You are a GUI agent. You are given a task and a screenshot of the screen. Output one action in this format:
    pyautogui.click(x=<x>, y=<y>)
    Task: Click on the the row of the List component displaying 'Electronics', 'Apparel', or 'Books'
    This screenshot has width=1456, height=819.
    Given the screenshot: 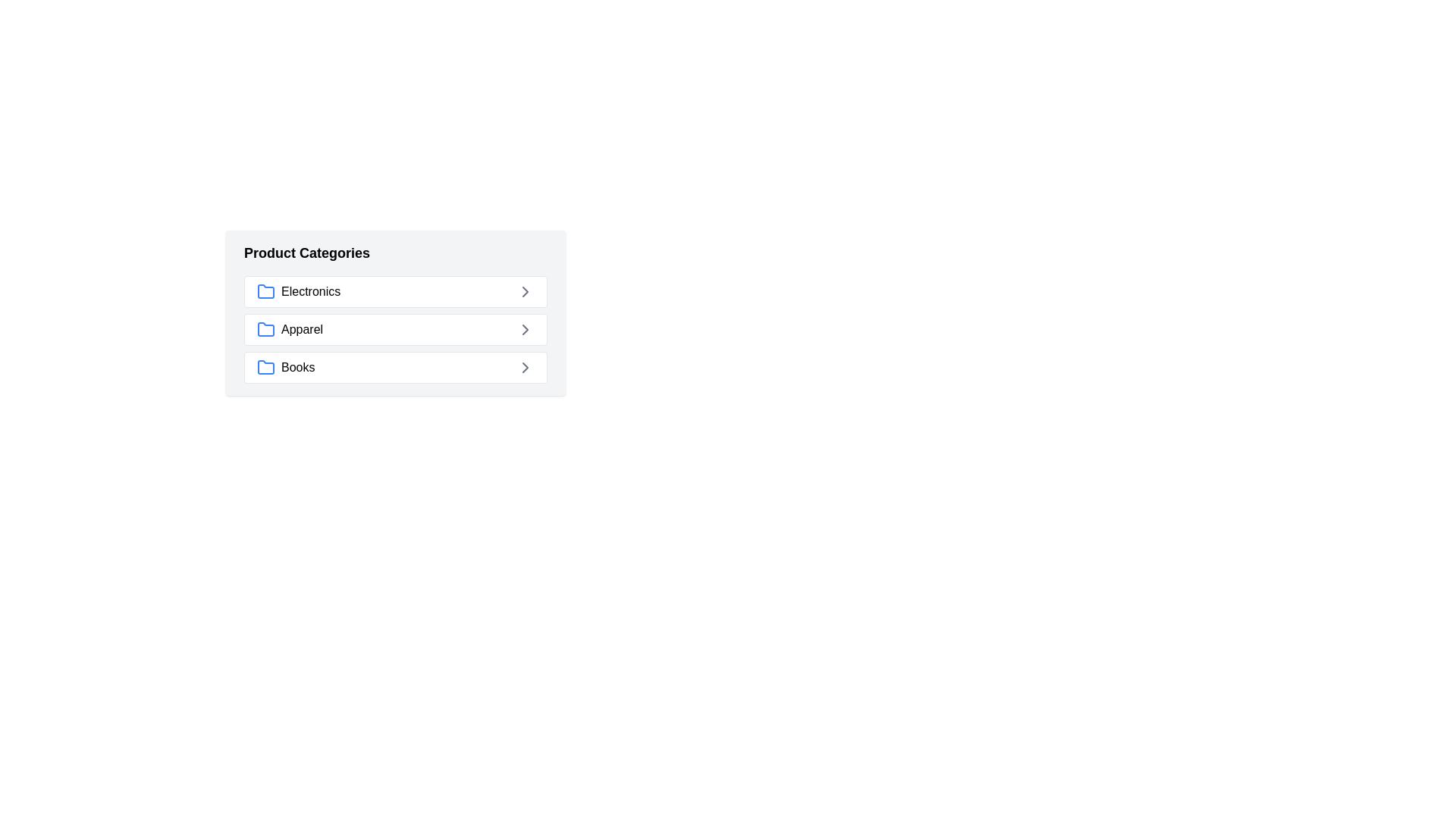 What is the action you would take?
    pyautogui.click(x=538, y=354)
    